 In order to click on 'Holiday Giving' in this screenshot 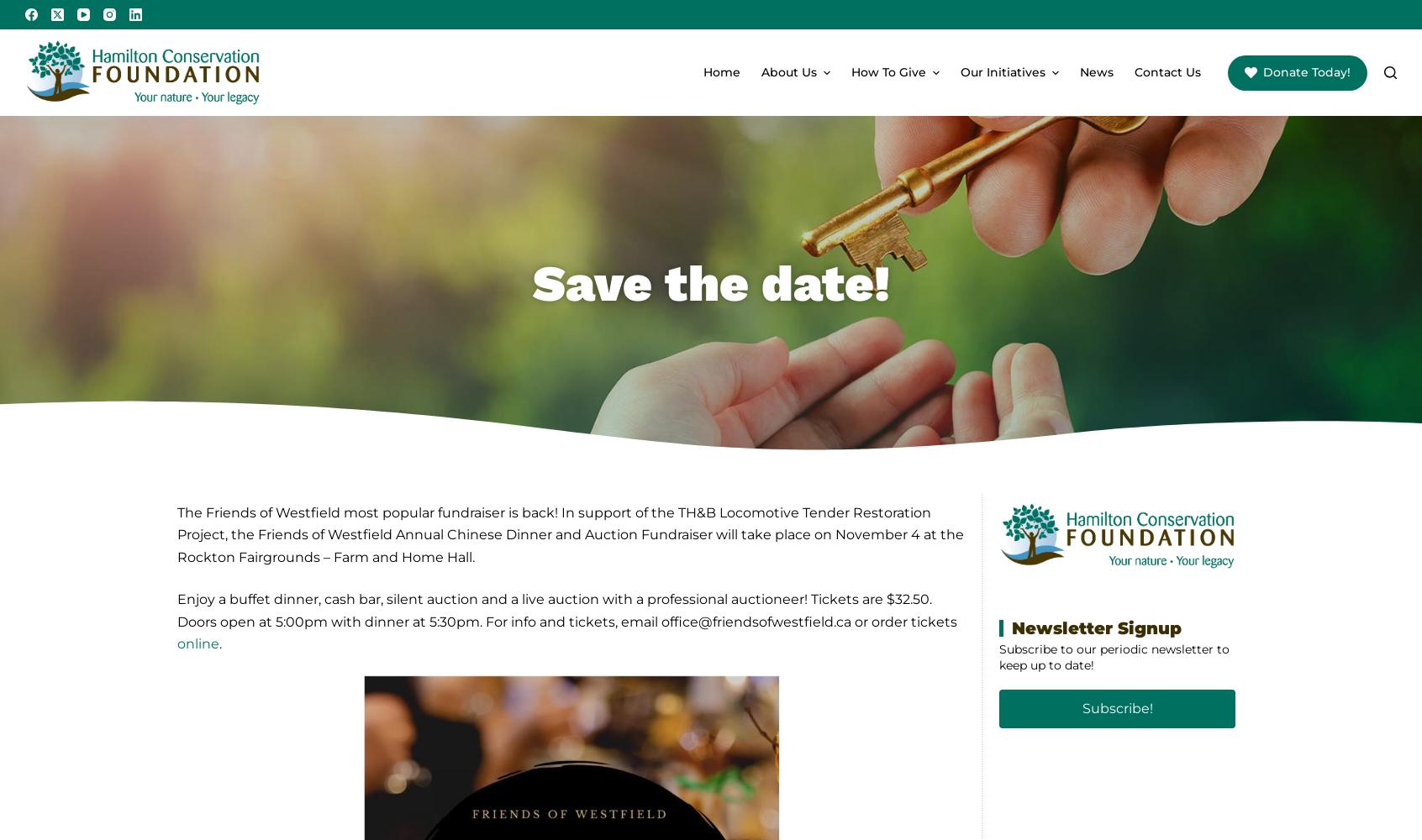, I will do `click(893, 173)`.